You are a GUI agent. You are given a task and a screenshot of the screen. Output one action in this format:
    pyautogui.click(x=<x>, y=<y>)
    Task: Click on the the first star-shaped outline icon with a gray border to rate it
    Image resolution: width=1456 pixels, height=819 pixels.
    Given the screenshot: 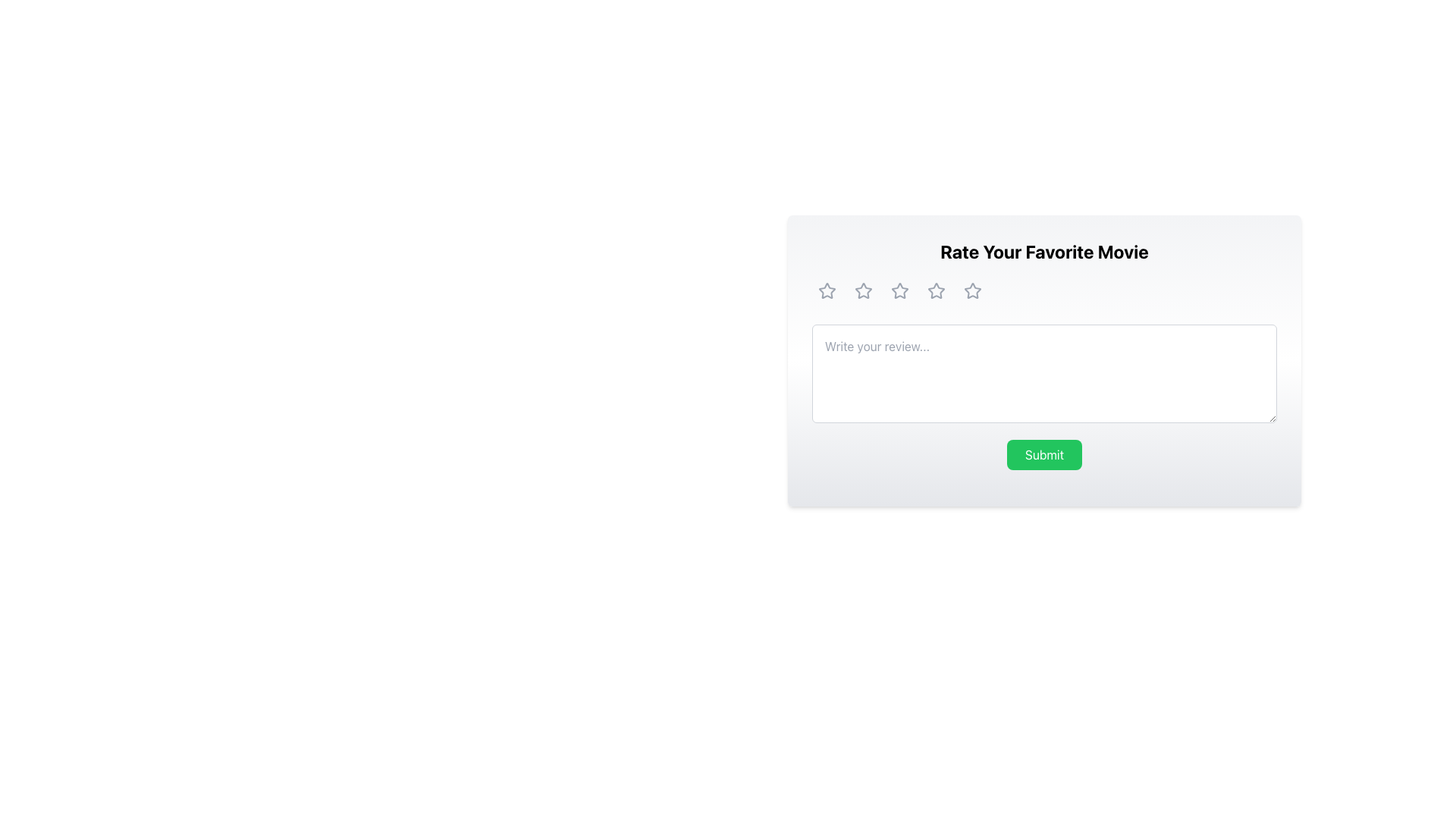 What is the action you would take?
    pyautogui.click(x=826, y=291)
    